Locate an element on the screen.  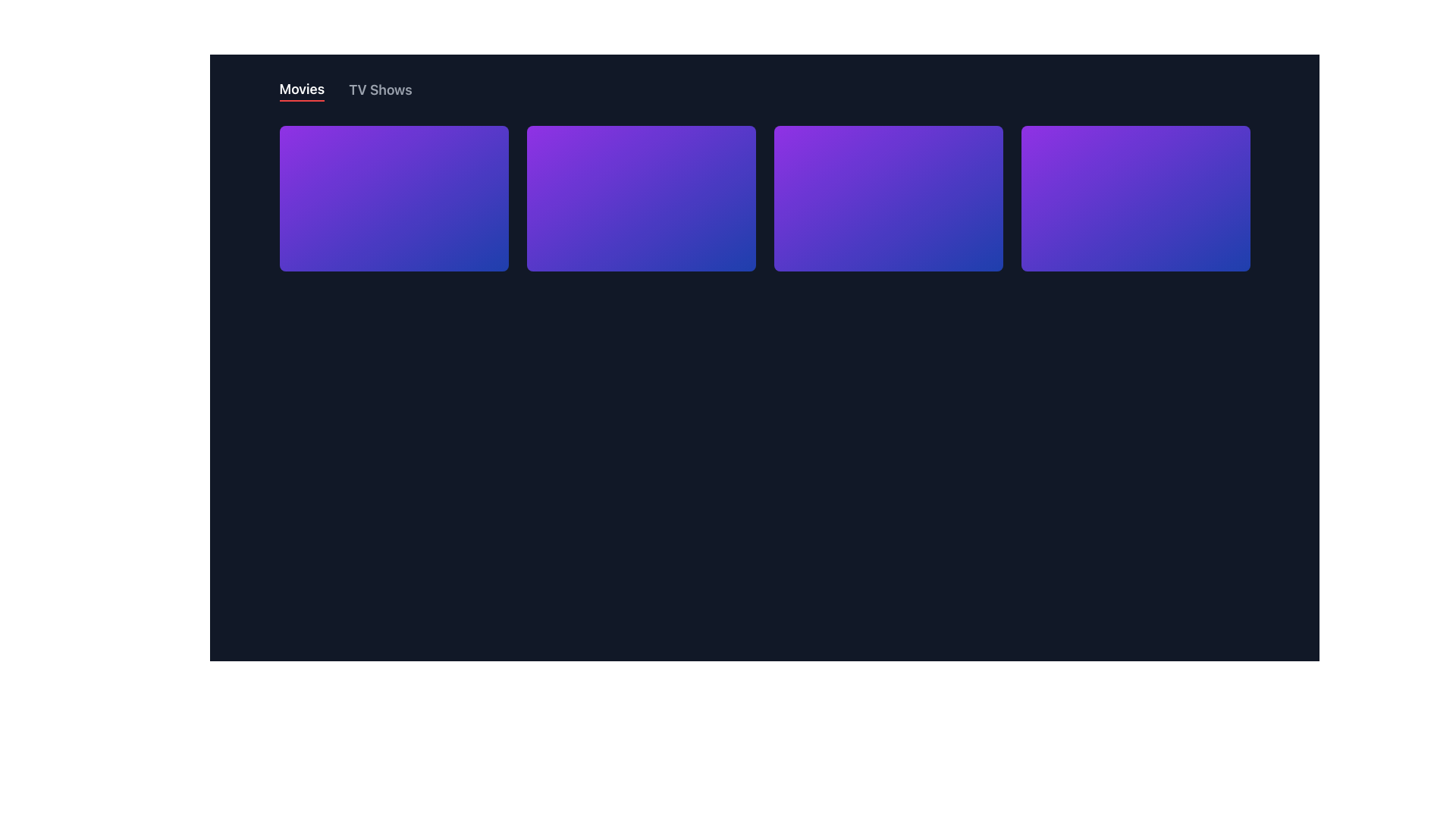
the second interactive button in the 'PlayDetails' group that provides access to details about the associated item is located at coordinates (888, 246).